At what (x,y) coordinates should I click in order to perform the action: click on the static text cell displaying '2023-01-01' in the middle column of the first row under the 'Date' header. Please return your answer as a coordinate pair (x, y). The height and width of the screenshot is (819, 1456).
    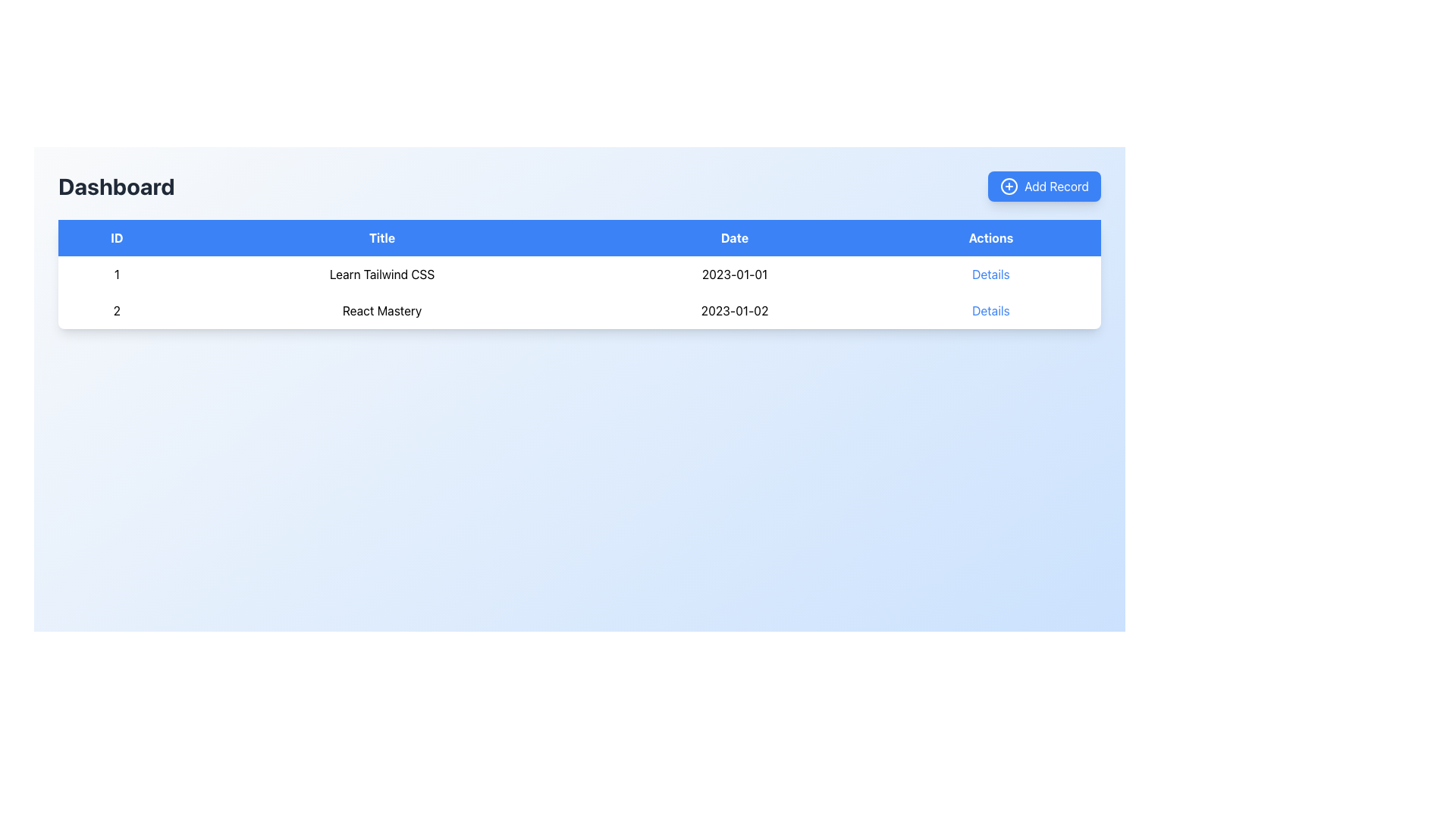
    Looking at the image, I should click on (735, 275).